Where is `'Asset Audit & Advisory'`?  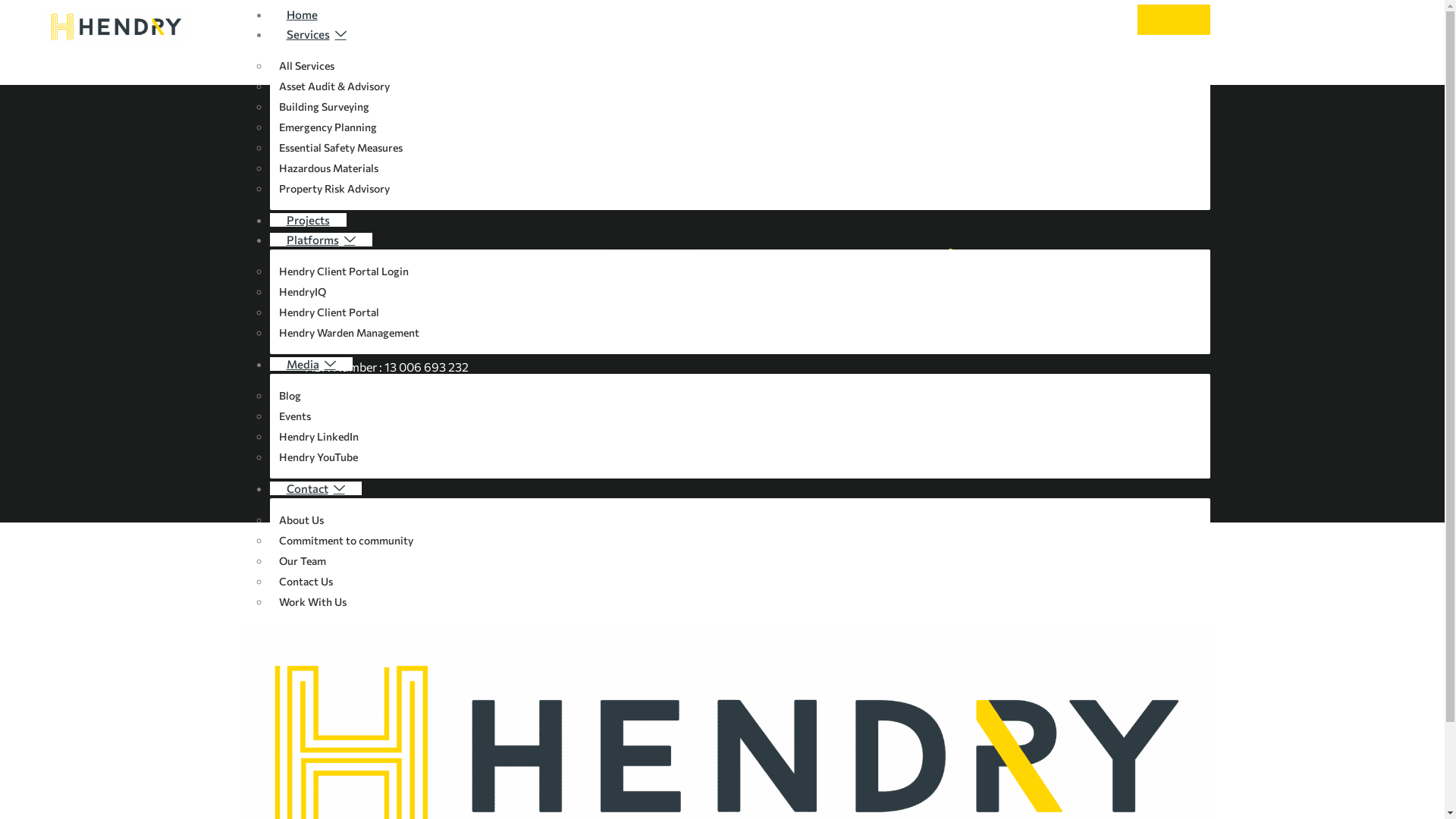 'Asset Audit & Advisory' is located at coordinates (333, 86).